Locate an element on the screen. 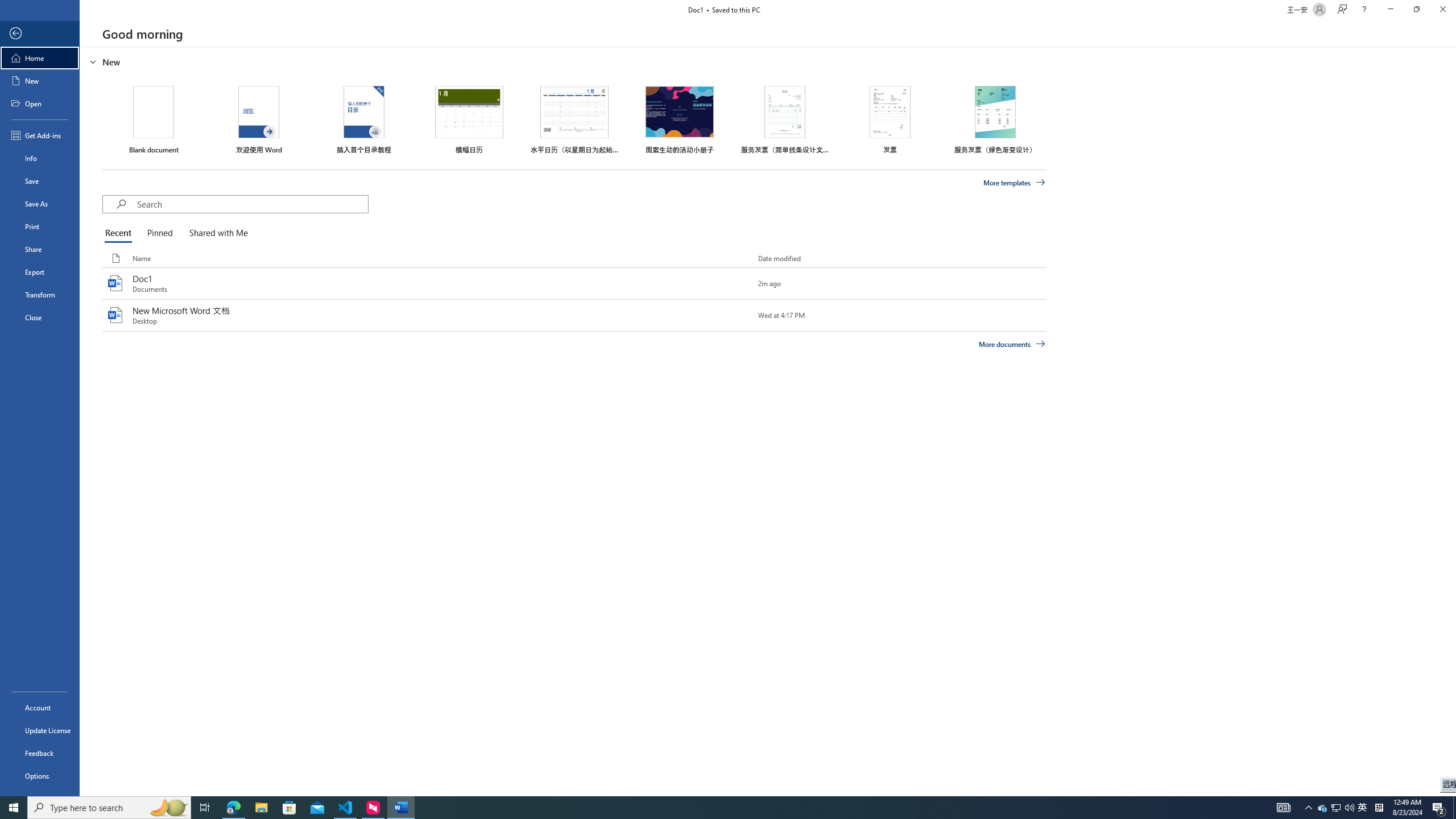  'Options' is located at coordinates (39, 775).